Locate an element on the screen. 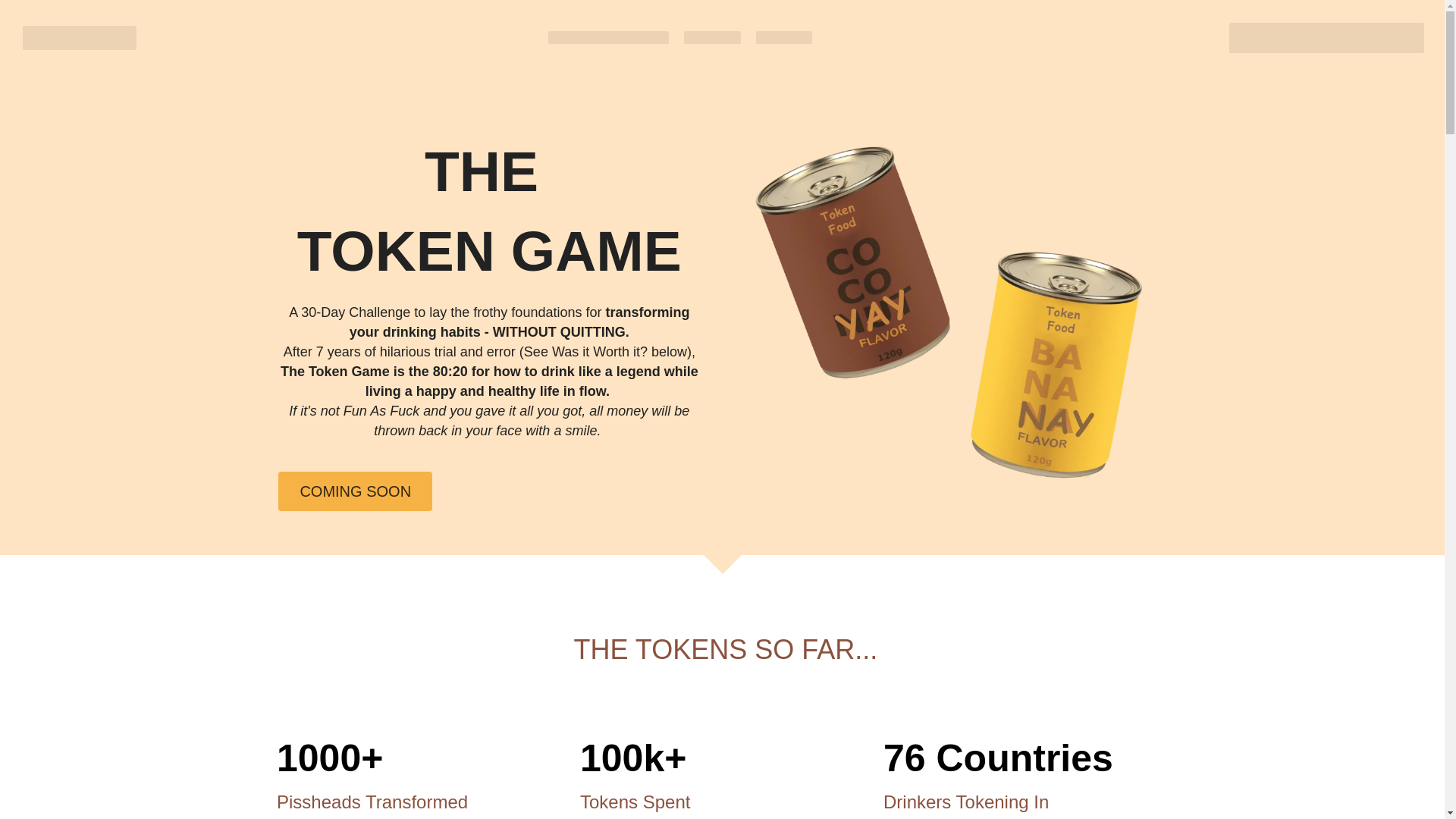  'COMING SOON' is located at coordinates (354, 491).